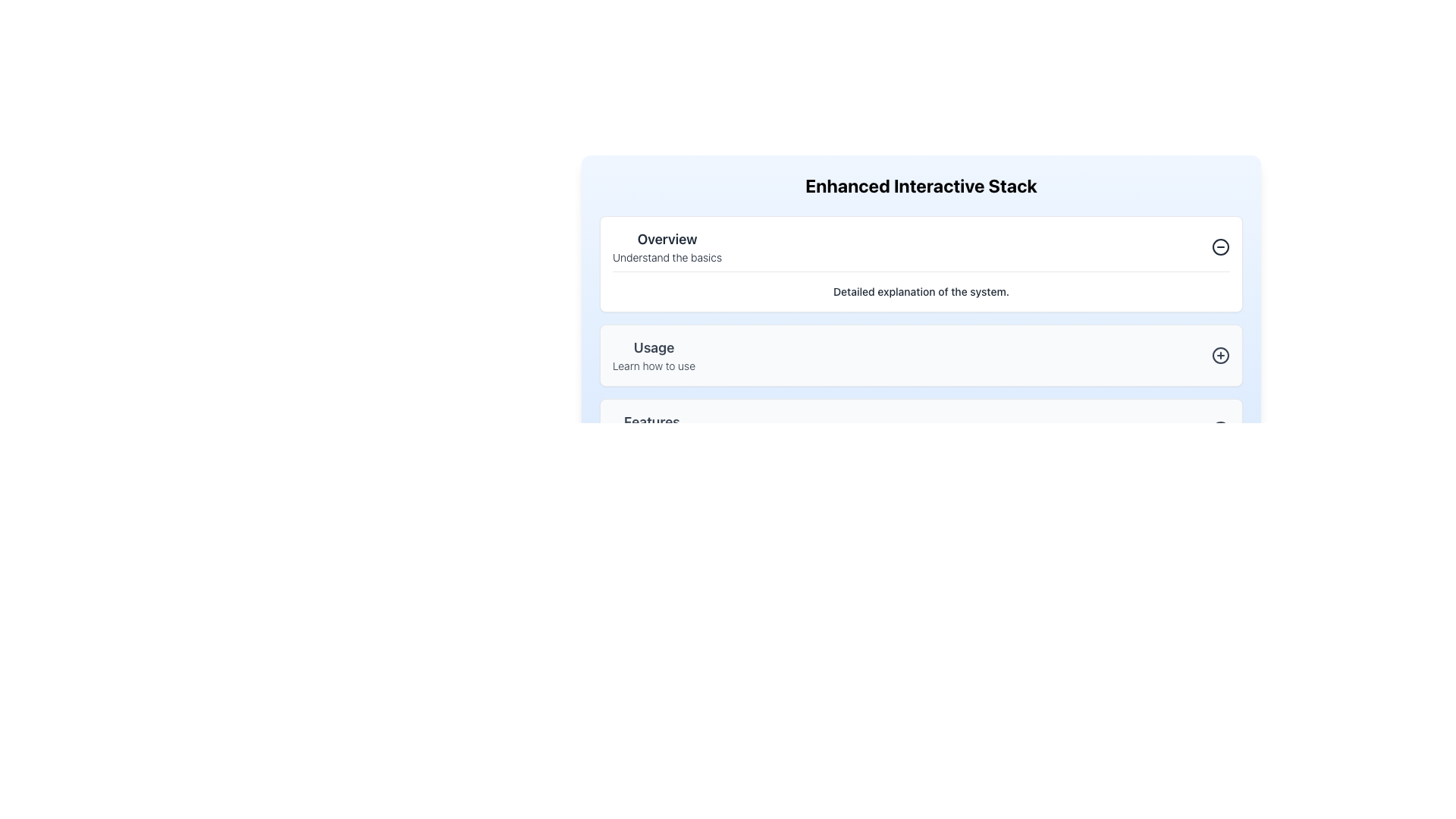 The image size is (1456, 819). I want to click on the text-based component with a bolded heading and supporting description to select it, so click(667, 246).